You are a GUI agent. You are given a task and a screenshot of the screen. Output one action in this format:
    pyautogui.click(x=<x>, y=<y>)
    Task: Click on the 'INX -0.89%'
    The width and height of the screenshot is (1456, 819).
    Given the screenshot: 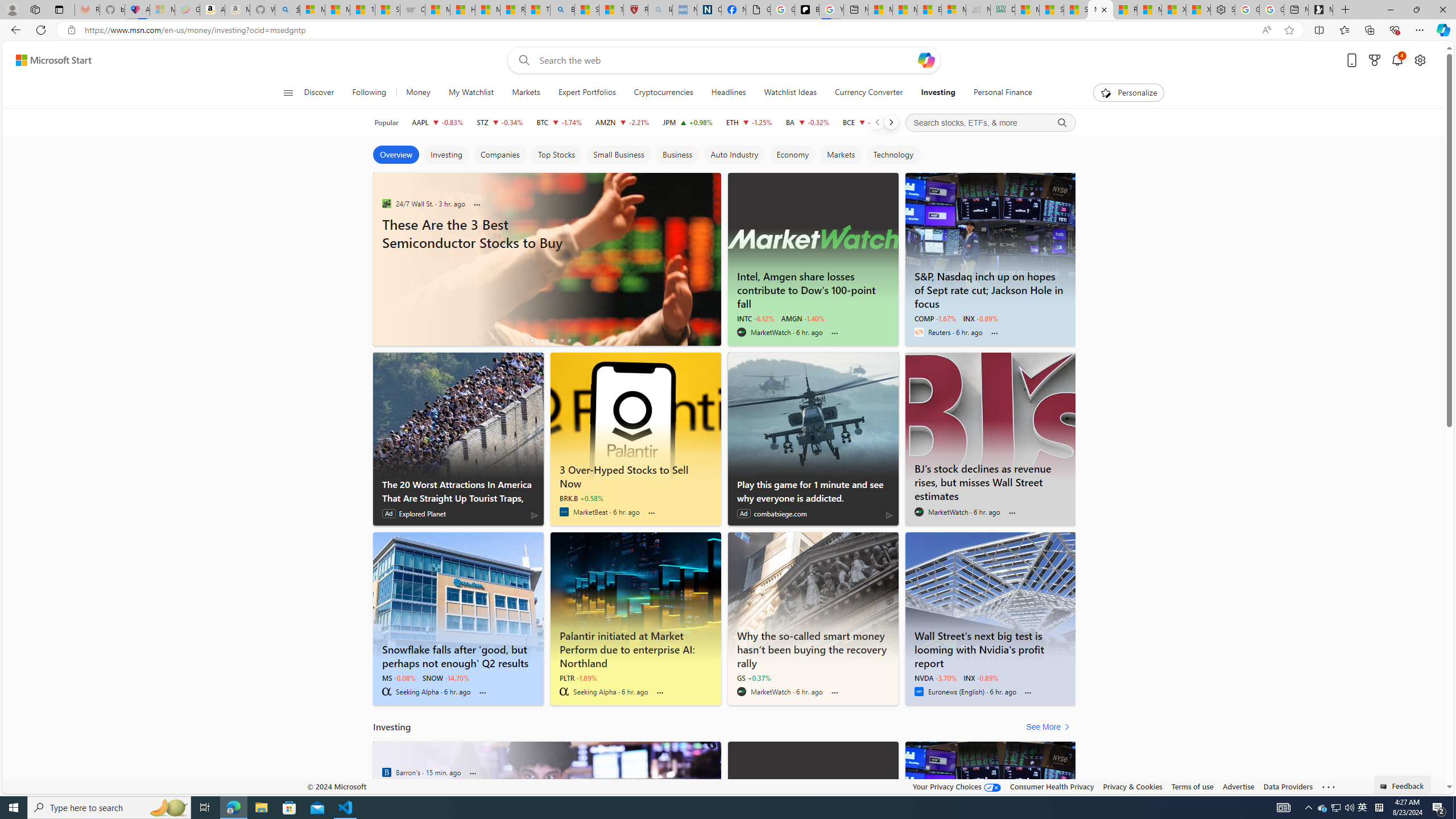 What is the action you would take?
    pyautogui.click(x=981, y=677)
    